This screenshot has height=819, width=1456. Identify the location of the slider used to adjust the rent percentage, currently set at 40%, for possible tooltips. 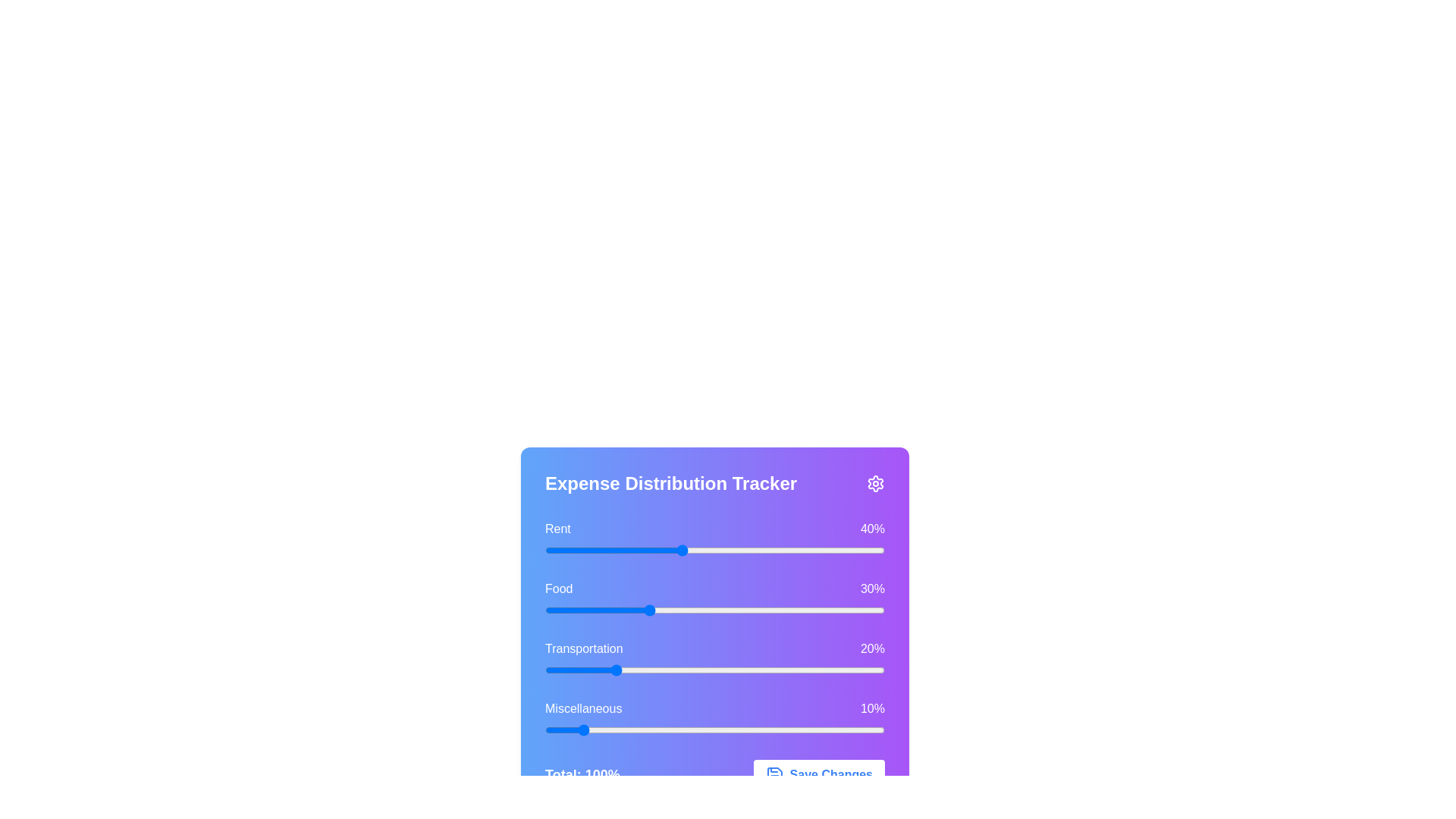
(714, 550).